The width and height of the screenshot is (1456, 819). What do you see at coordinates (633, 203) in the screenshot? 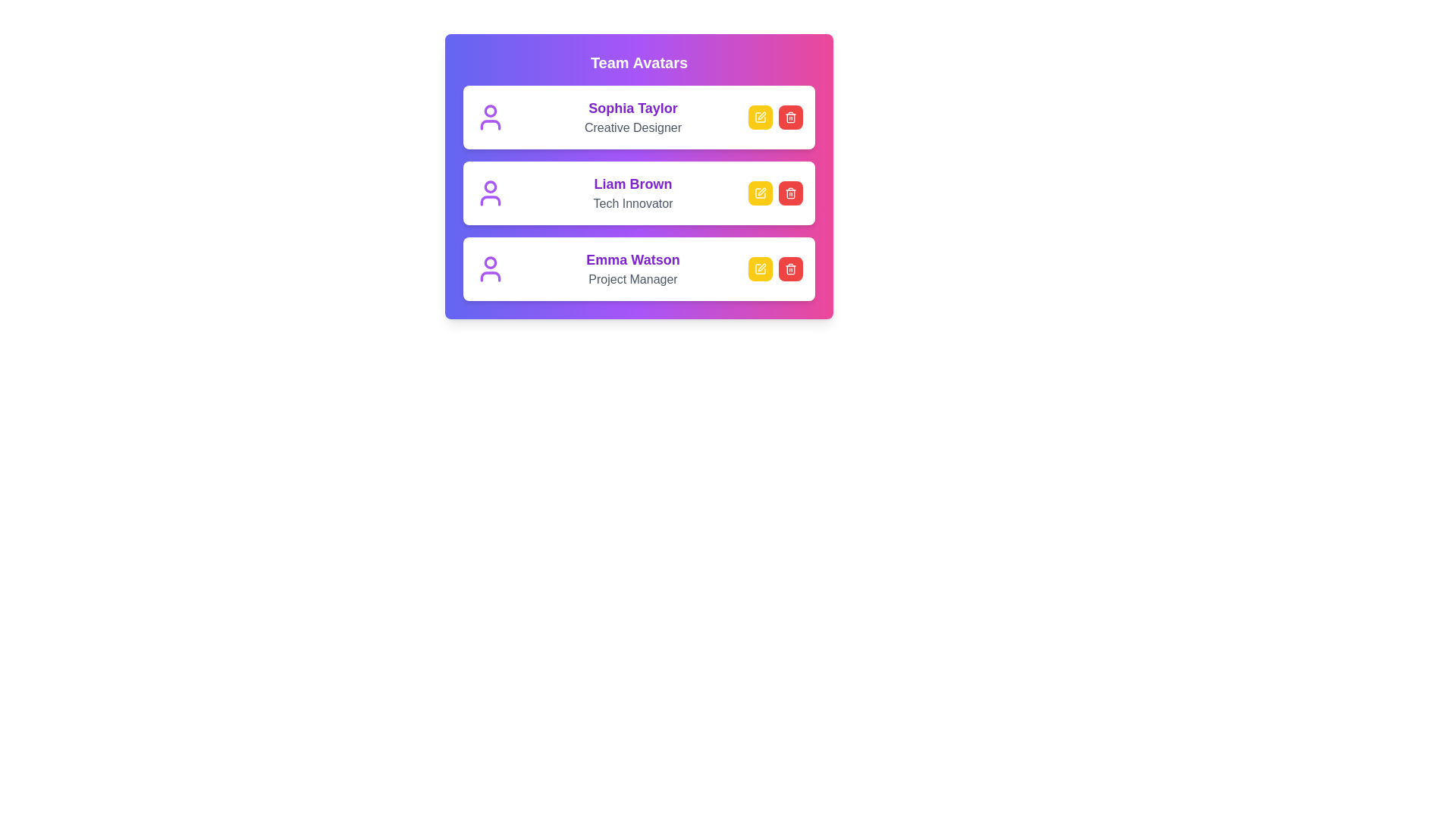
I see `the text label displaying 'Tech Innovator' which is positioned below 'Liam Brown' in the team member list` at bounding box center [633, 203].